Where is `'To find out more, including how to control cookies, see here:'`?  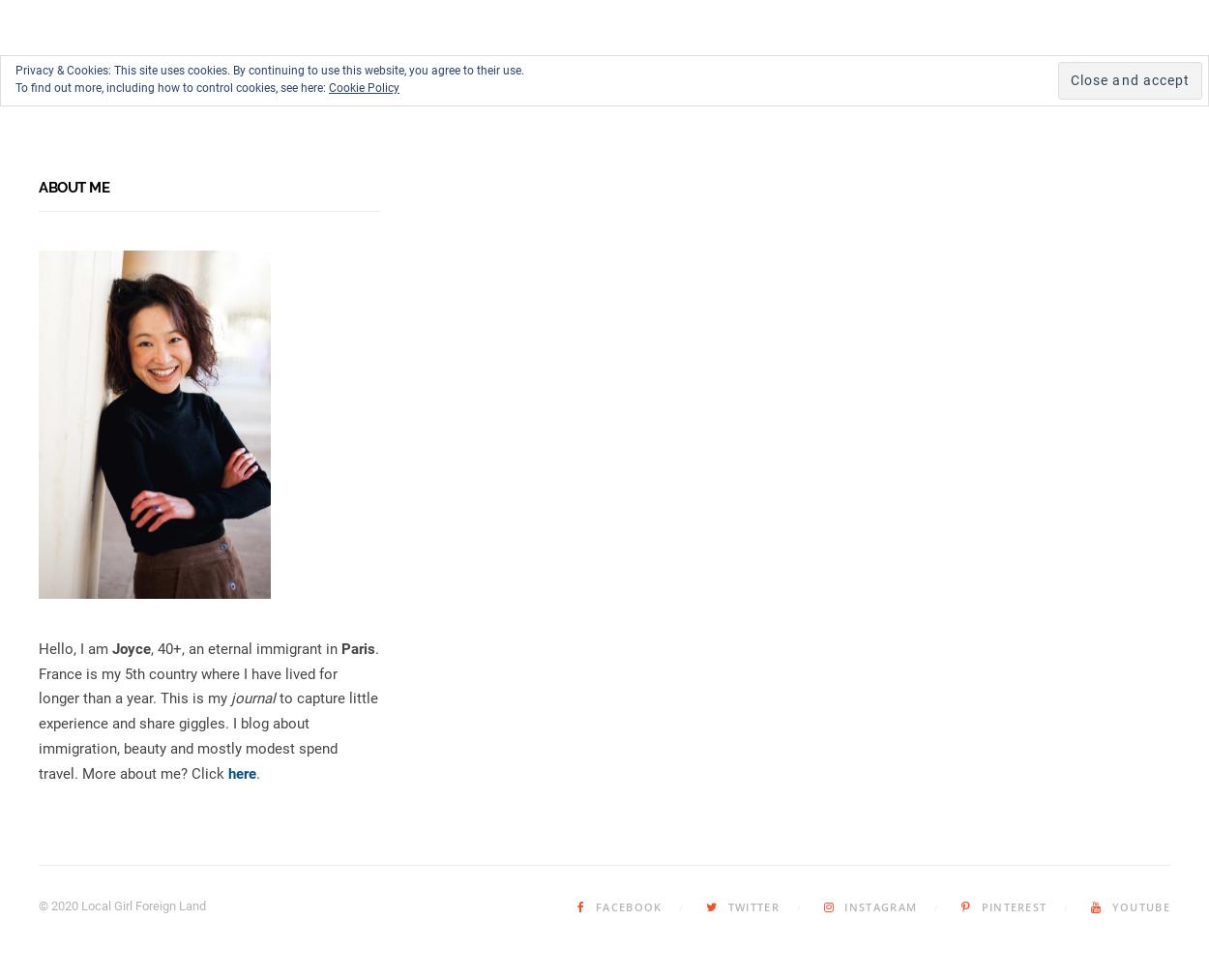
'To find out more, including how to control cookies, see here:' is located at coordinates (172, 86).